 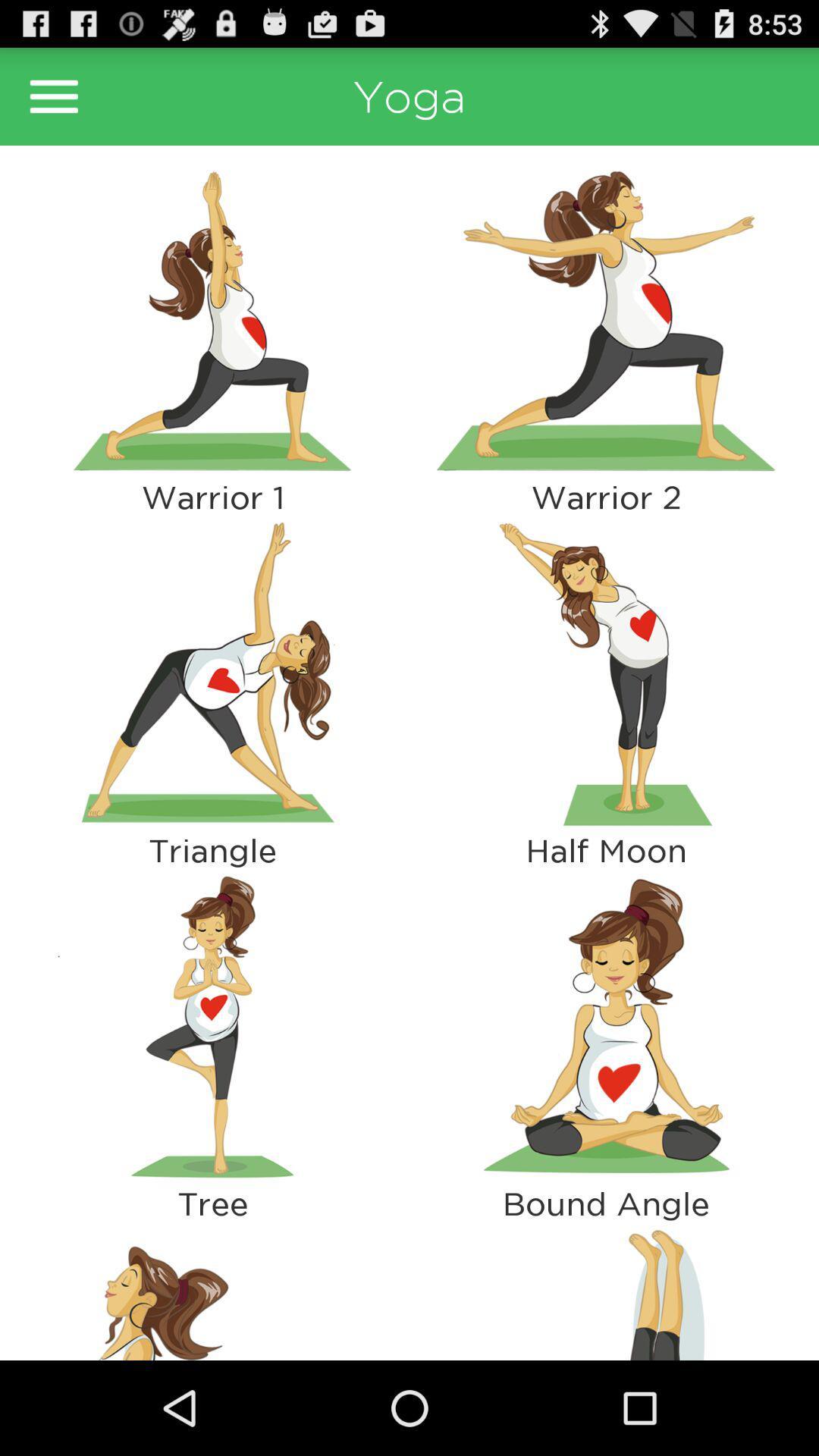 I want to click on the avatar icon, so click(x=212, y=1381).